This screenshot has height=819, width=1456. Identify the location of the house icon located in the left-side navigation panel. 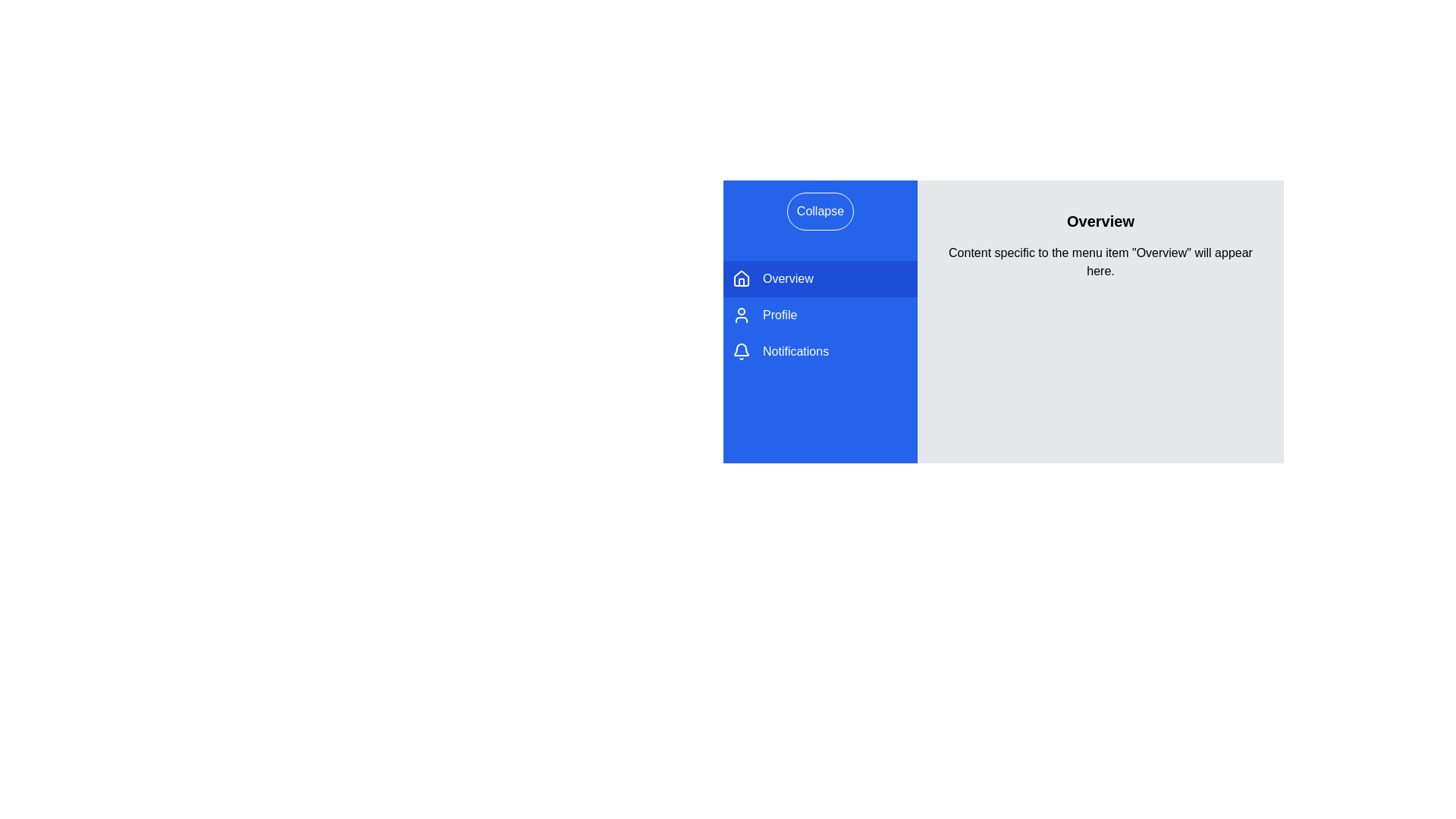
(742, 278).